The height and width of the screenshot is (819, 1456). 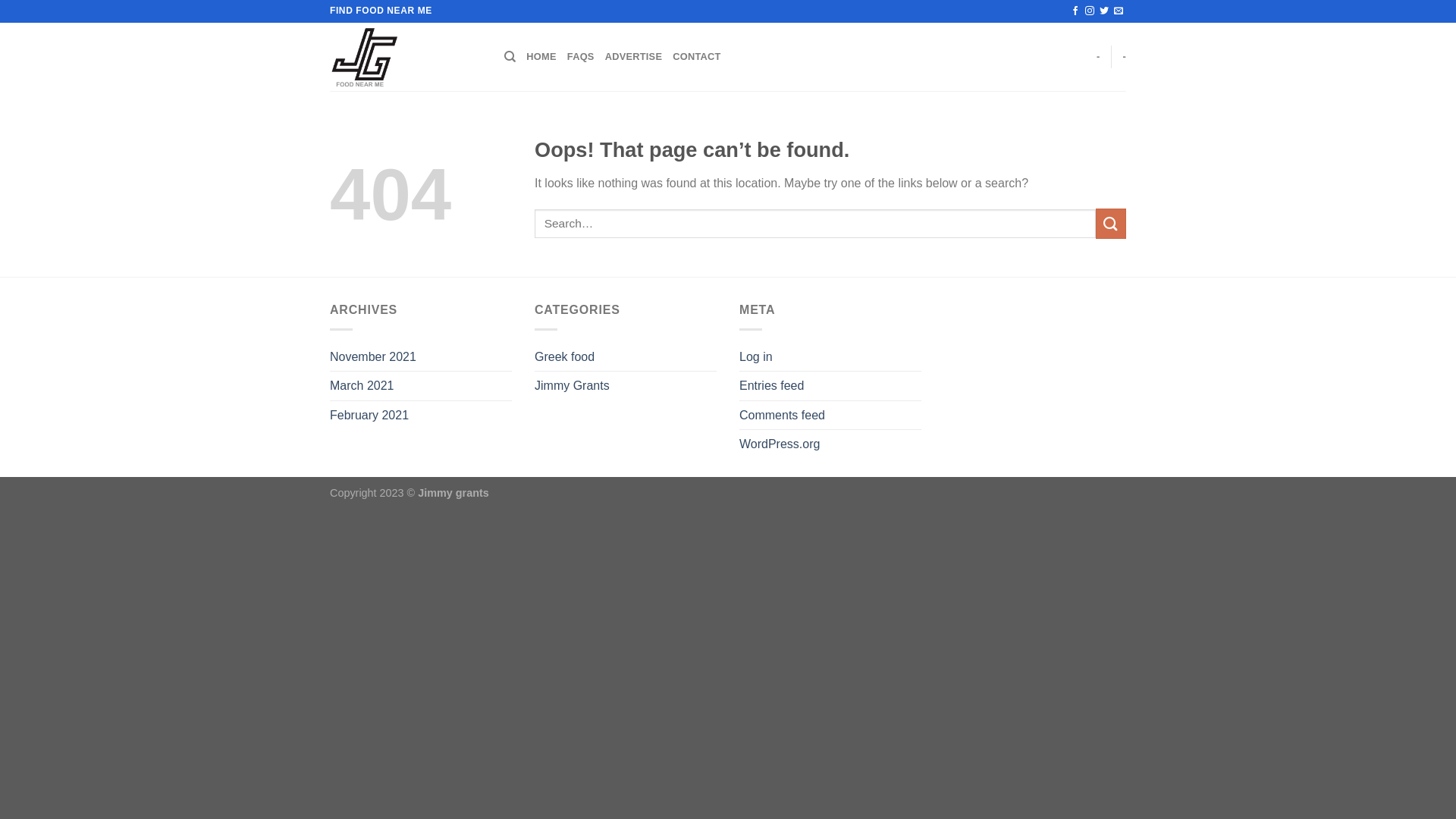 I want to click on 'WordPress.org', so click(x=779, y=444).